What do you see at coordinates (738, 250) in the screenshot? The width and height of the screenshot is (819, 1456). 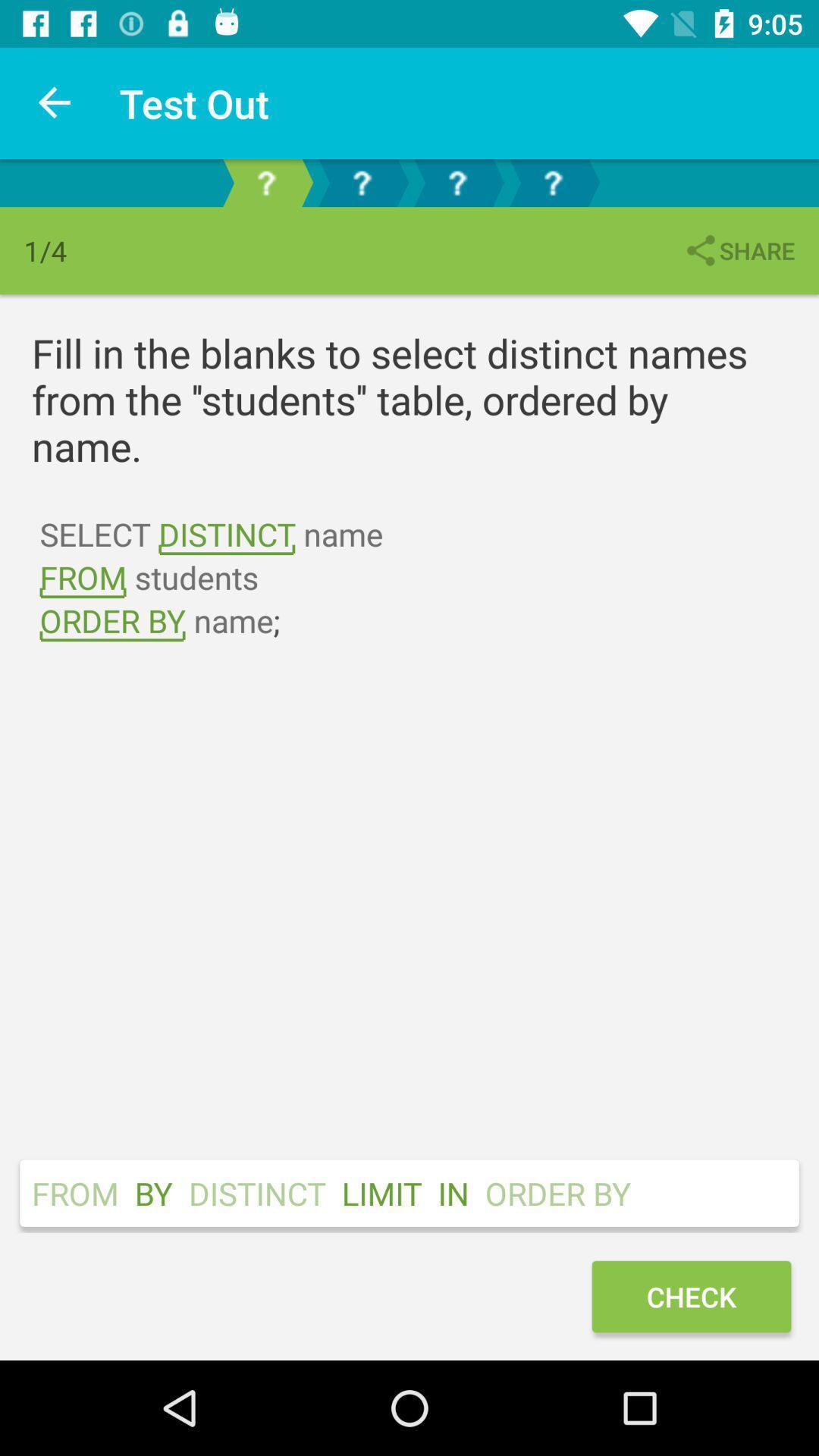 I see `share icon` at bounding box center [738, 250].